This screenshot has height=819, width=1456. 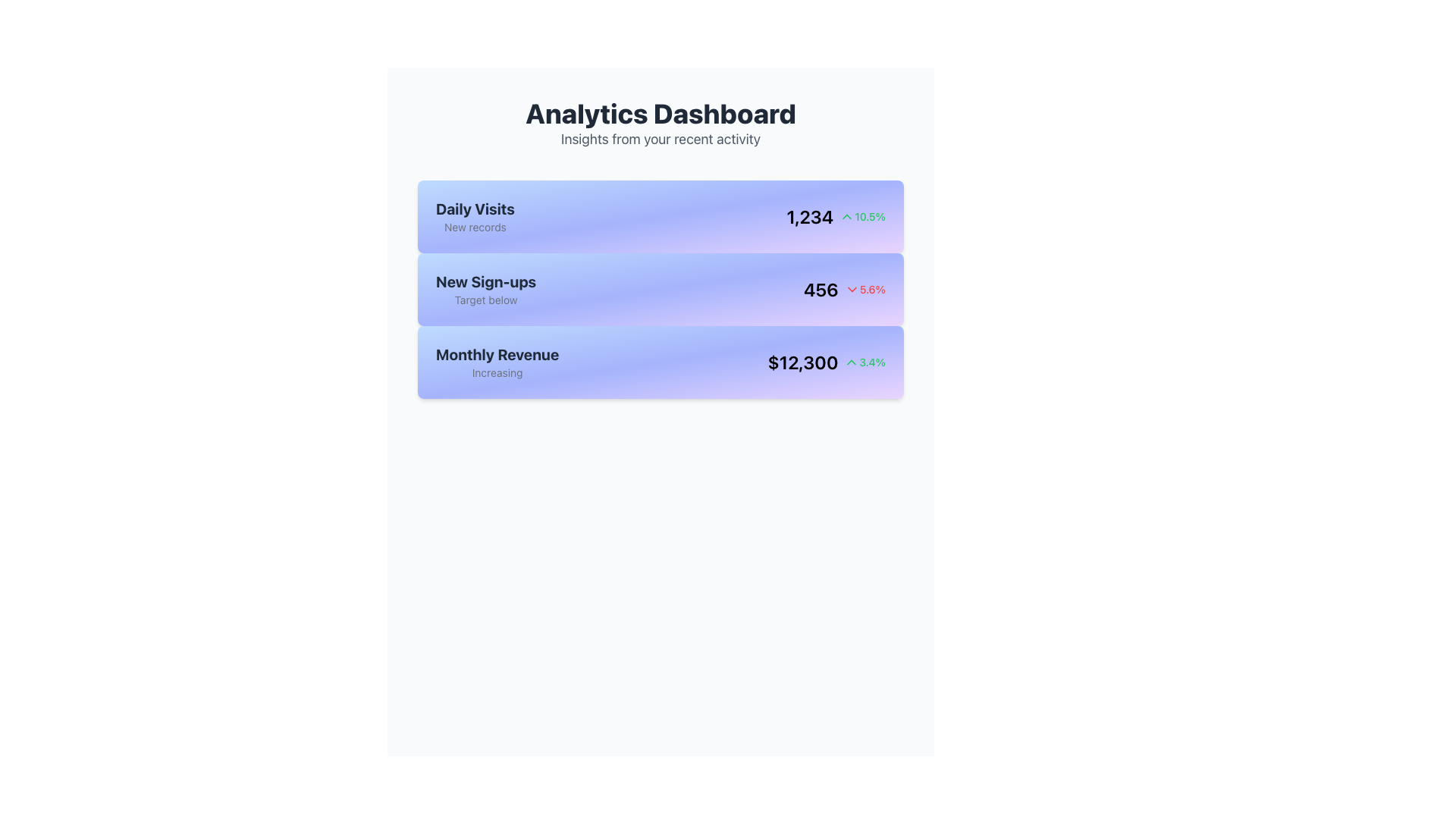 What do you see at coordinates (864, 289) in the screenshot?
I see `the text element indicating a decrease in the percentage metric for 'New Sign-ups', which is visually represented alongside an arrow symbol and is located to the right of the numeric value '456'` at bounding box center [864, 289].